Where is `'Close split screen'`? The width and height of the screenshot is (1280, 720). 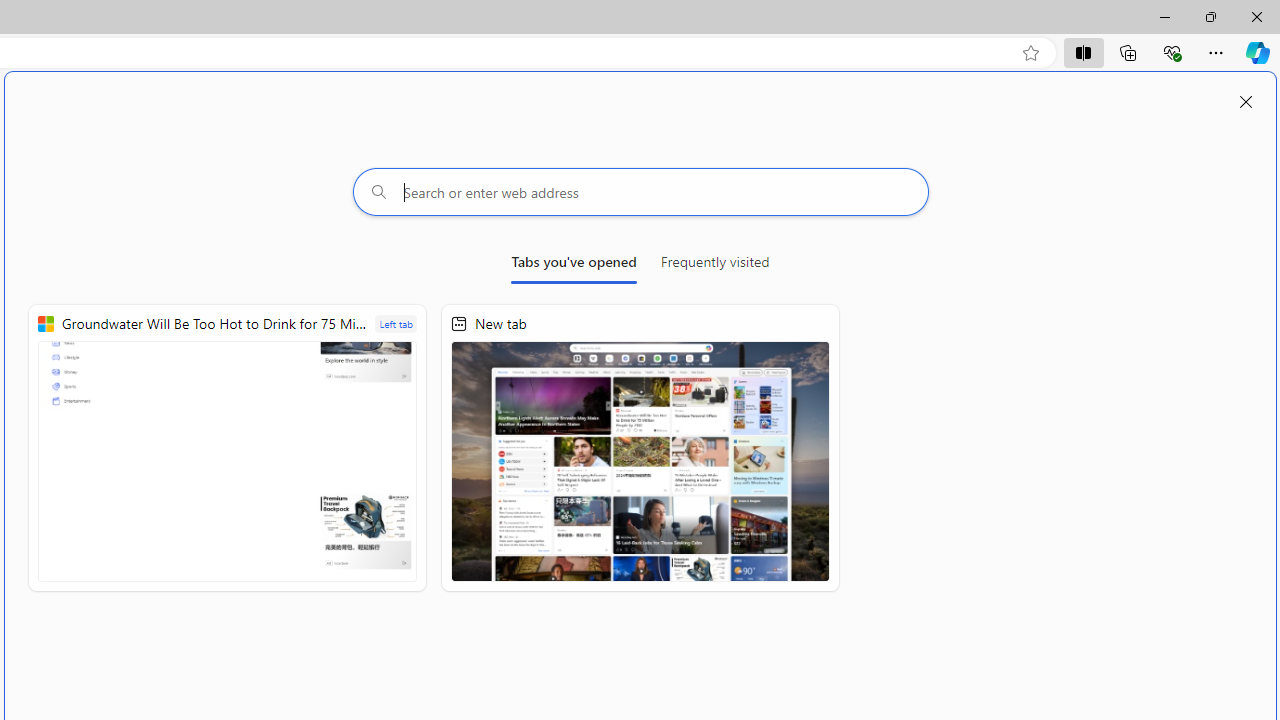
'Close split screen' is located at coordinates (1245, 102).